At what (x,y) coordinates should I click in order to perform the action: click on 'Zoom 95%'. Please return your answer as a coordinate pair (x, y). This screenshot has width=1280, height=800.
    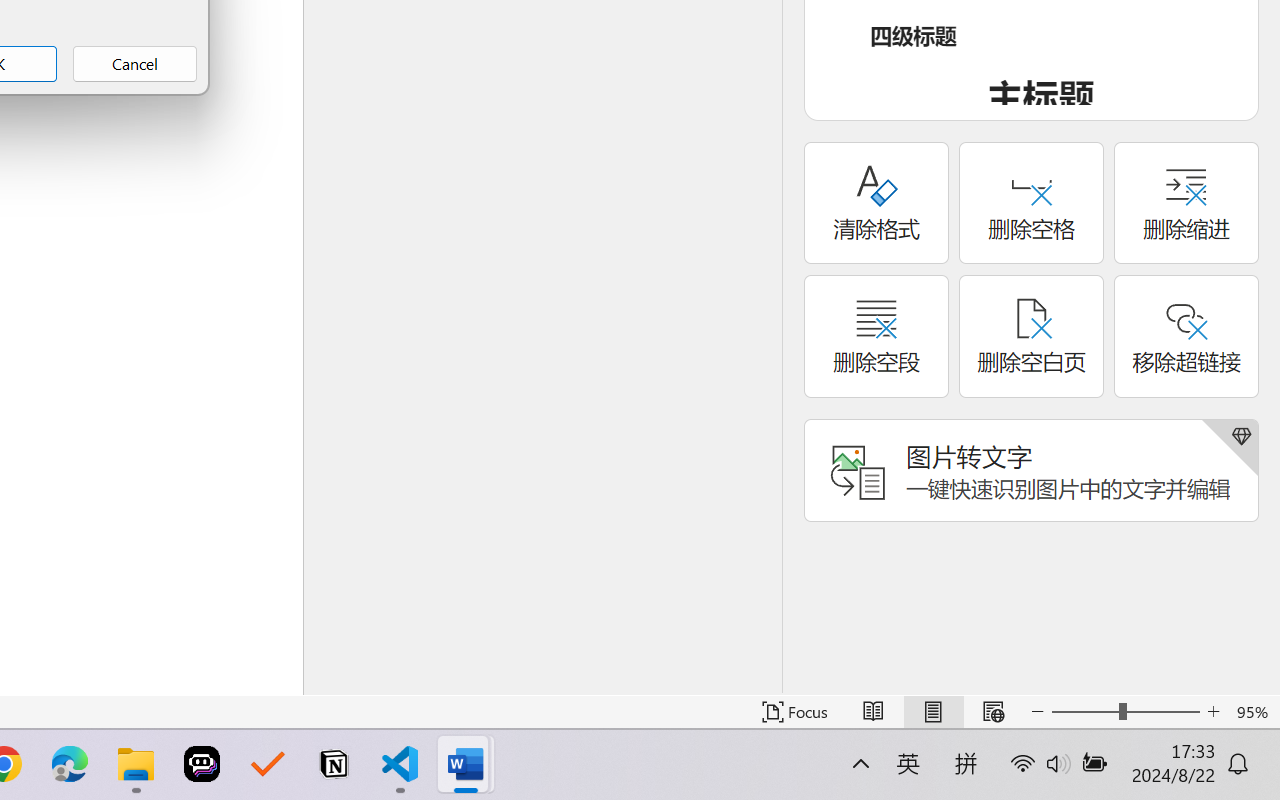
    Looking at the image, I should click on (1252, 711).